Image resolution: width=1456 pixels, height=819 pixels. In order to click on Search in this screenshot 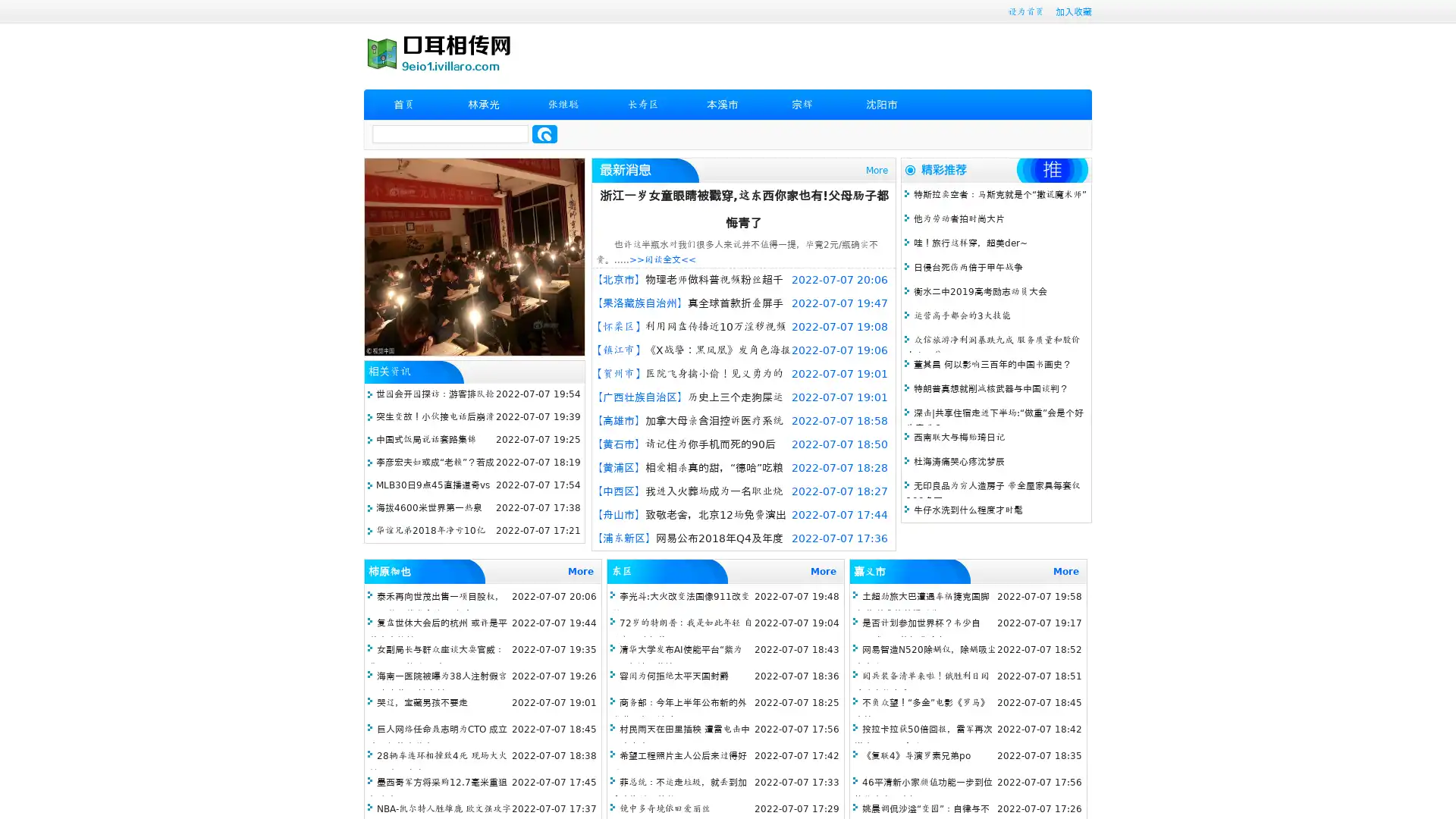, I will do `click(544, 133)`.